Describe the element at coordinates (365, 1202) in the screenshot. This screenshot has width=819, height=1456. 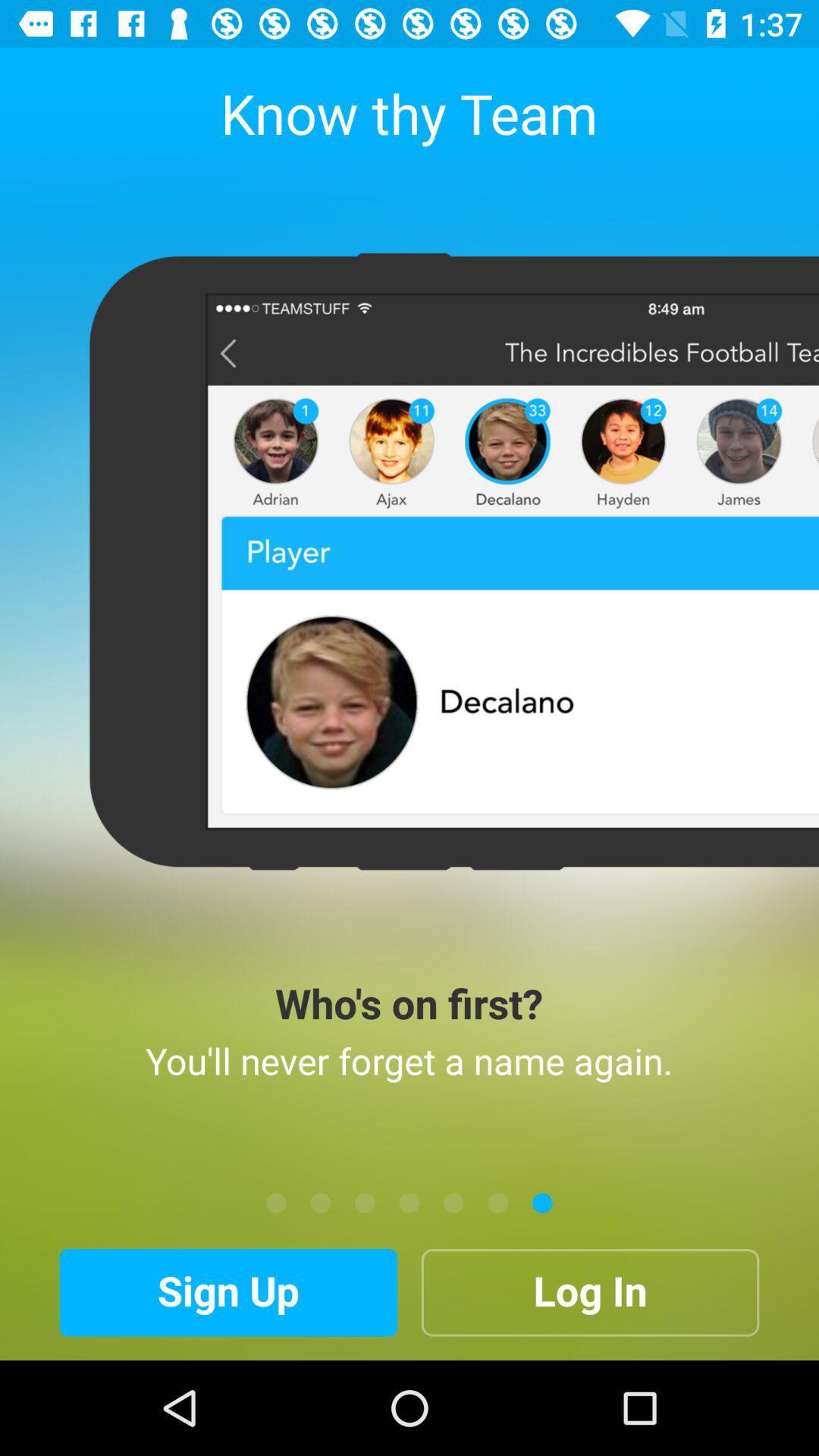
I see `the icon below you ll never icon` at that location.